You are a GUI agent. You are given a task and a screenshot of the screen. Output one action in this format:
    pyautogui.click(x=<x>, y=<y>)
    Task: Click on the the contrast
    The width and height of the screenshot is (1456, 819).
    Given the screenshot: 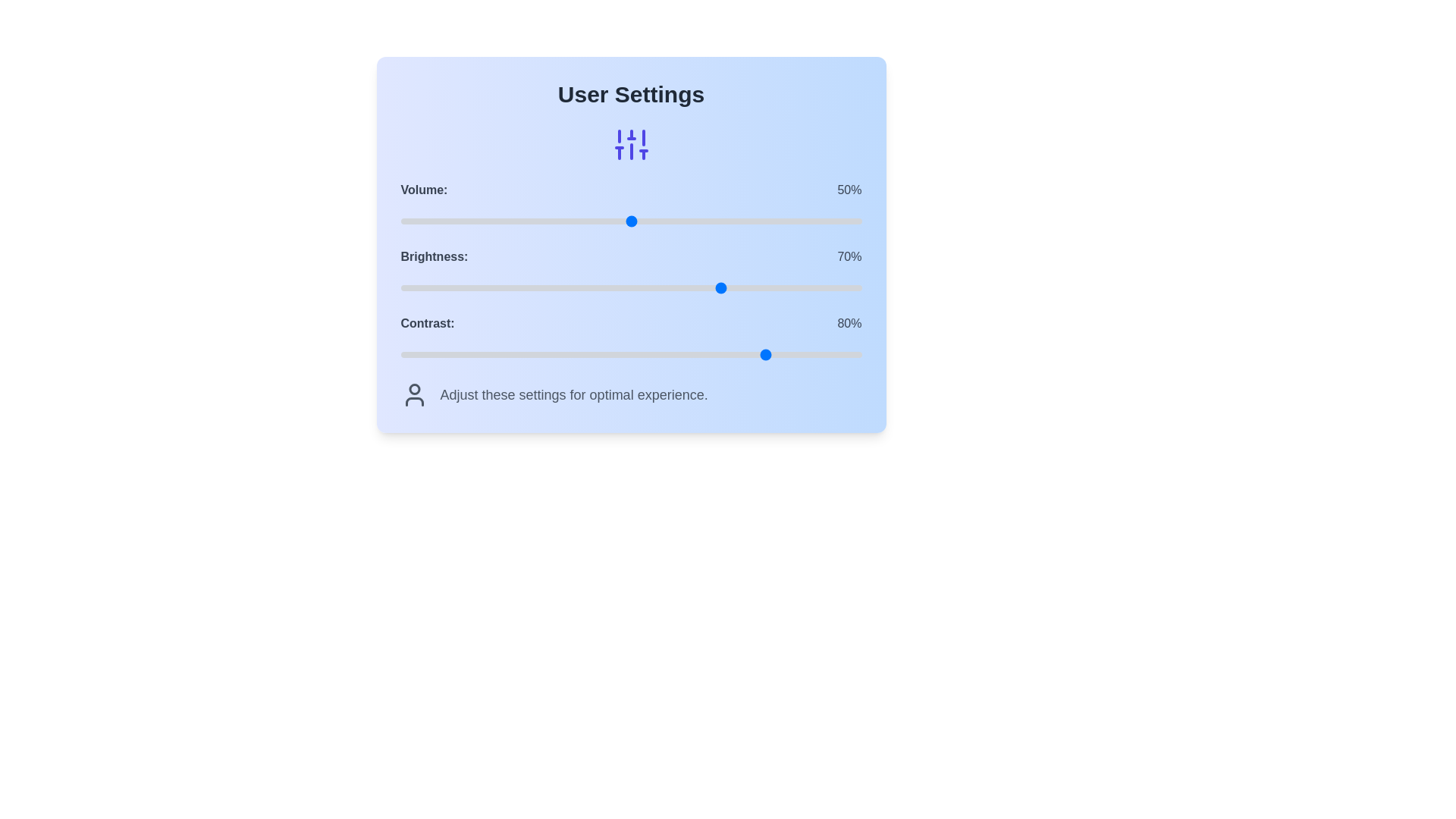 What is the action you would take?
    pyautogui.click(x=631, y=354)
    